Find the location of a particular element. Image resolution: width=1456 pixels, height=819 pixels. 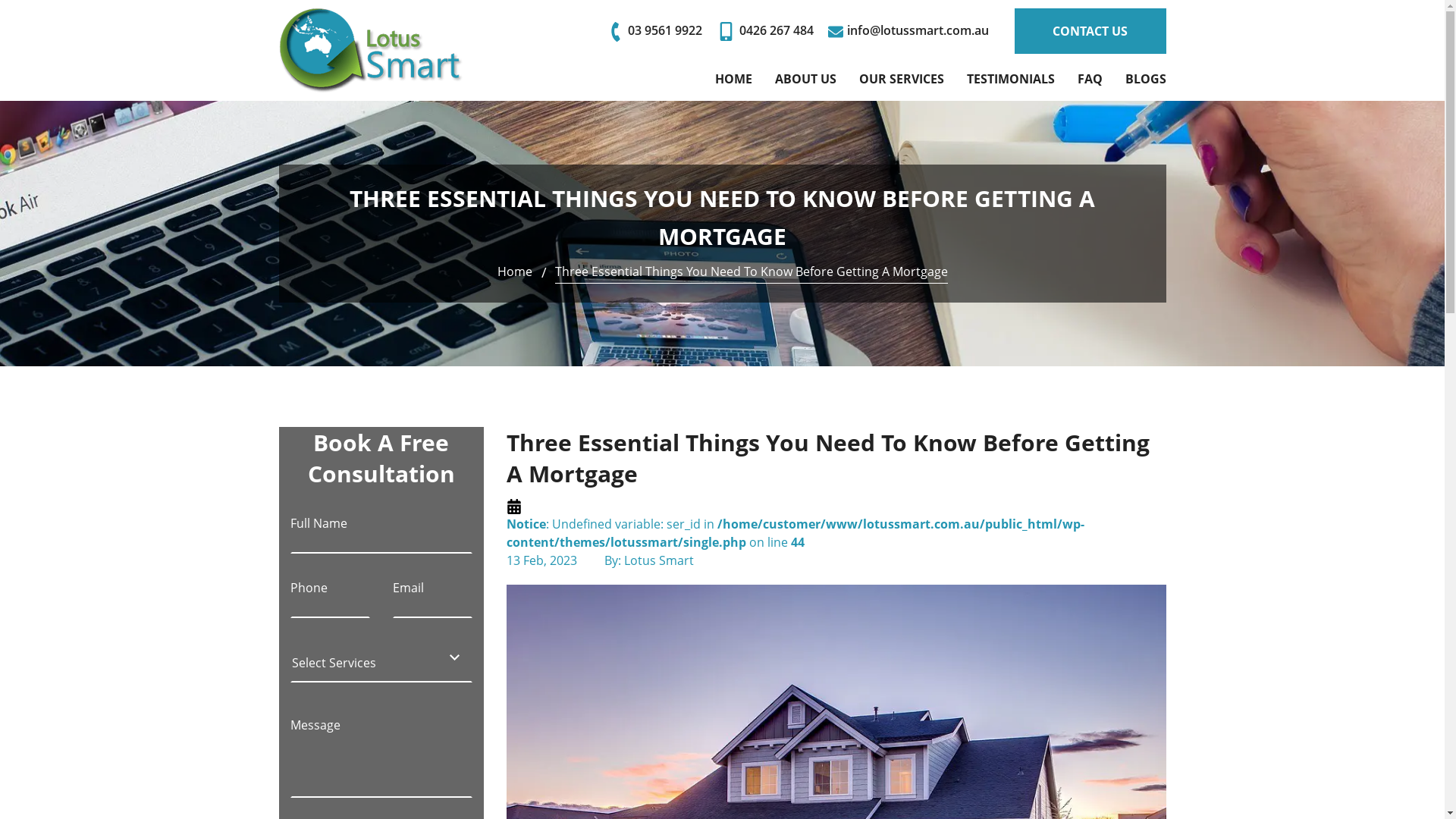

'CONTACT US' is located at coordinates (1090, 31).